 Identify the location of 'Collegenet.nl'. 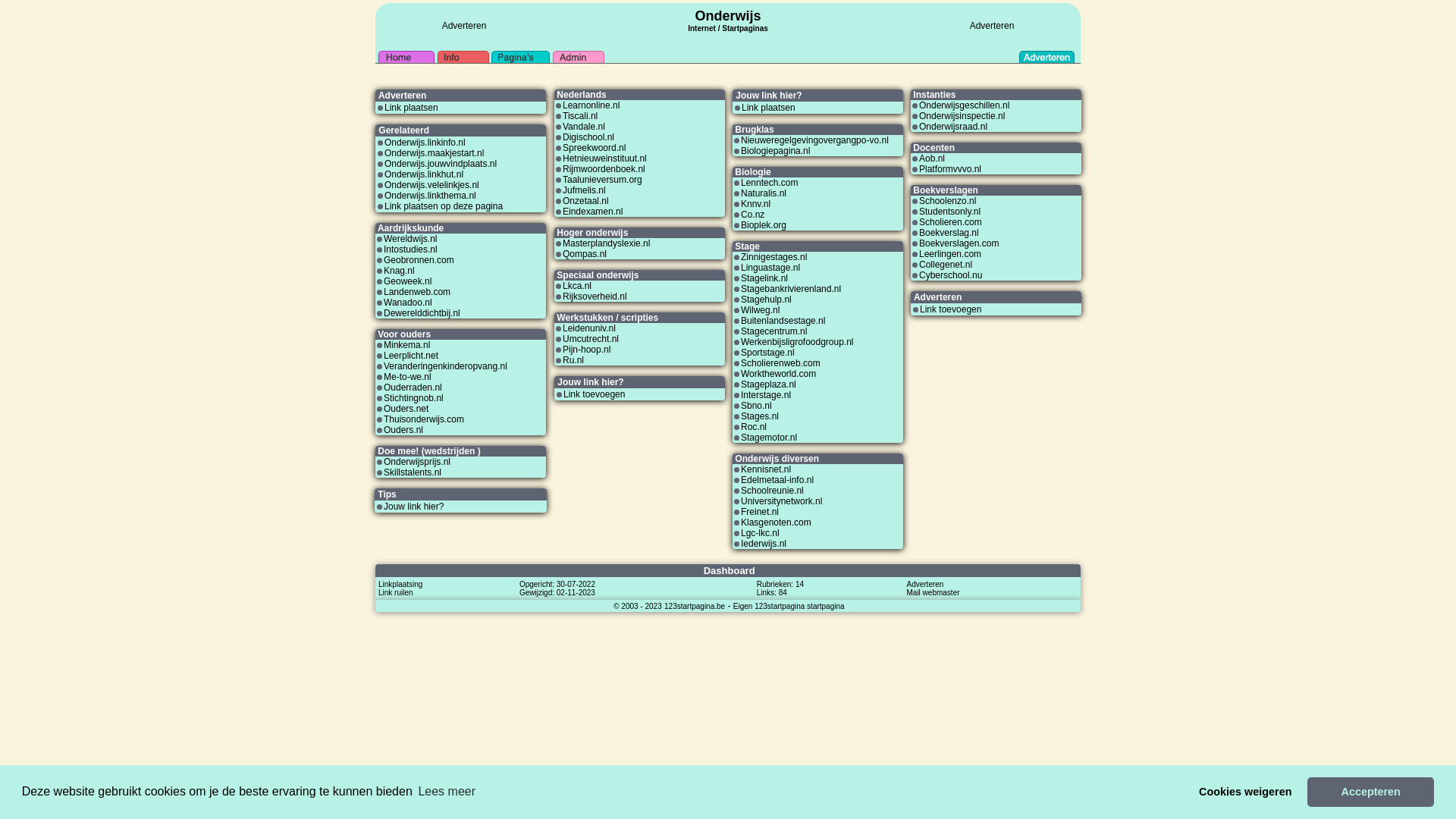
(918, 263).